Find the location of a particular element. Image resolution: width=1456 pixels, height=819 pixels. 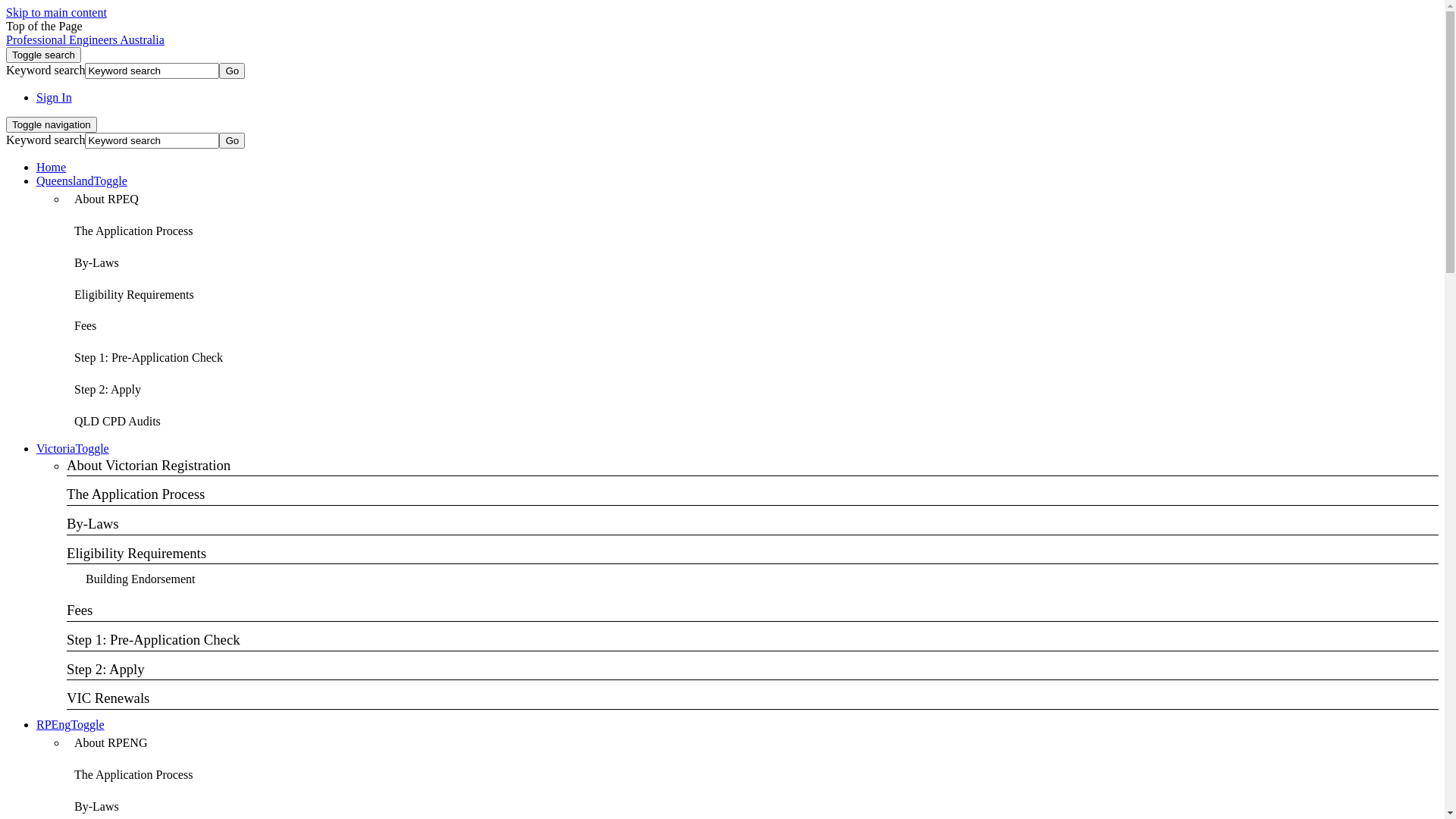

'Top of the Page' is located at coordinates (44, 26).